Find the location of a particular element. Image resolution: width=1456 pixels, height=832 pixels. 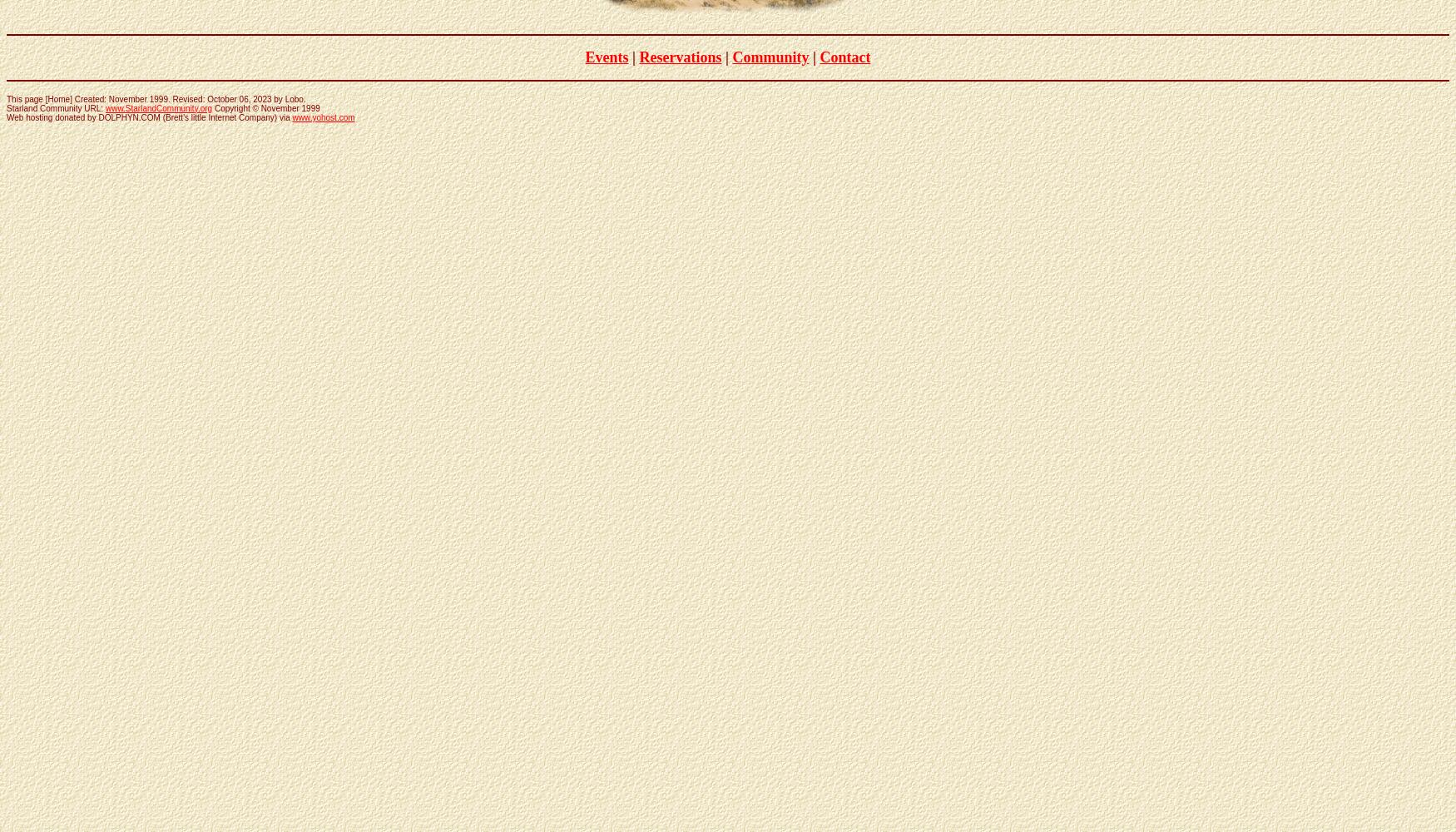

'www.StarlandCommunity.org' is located at coordinates (158, 107).